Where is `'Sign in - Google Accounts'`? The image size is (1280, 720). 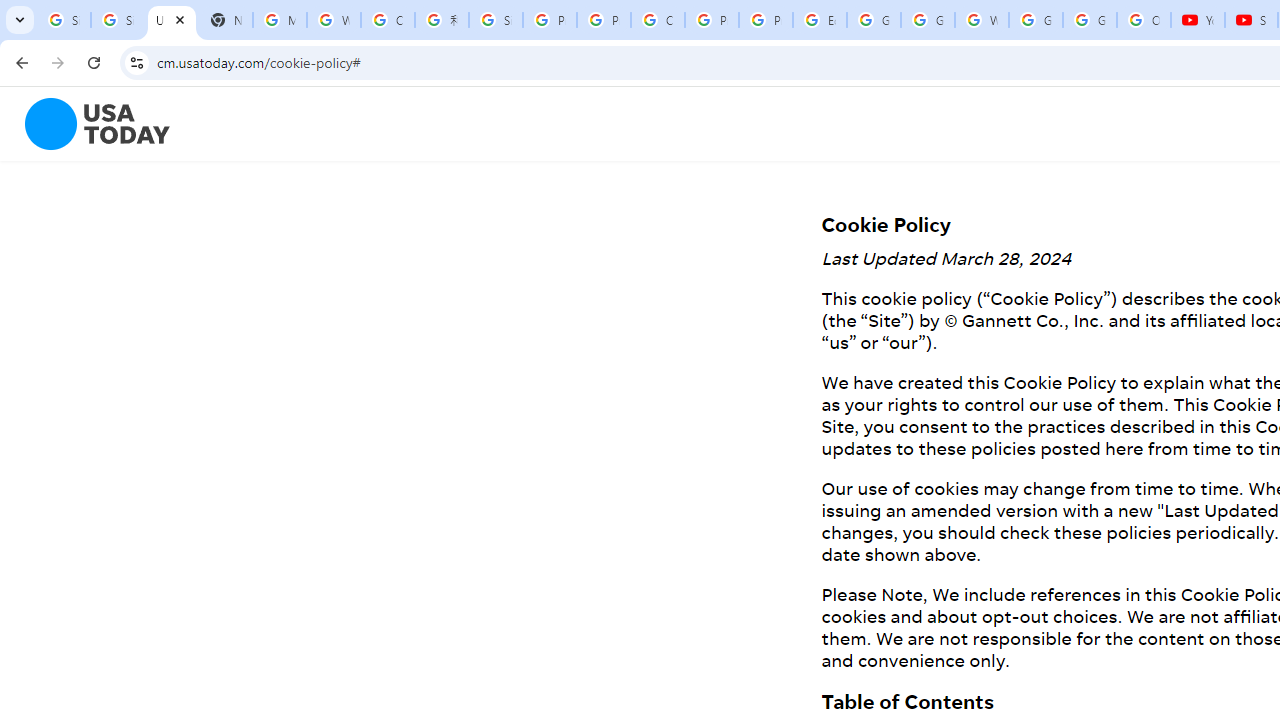 'Sign in - Google Accounts' is located at coordinates (496, 20).